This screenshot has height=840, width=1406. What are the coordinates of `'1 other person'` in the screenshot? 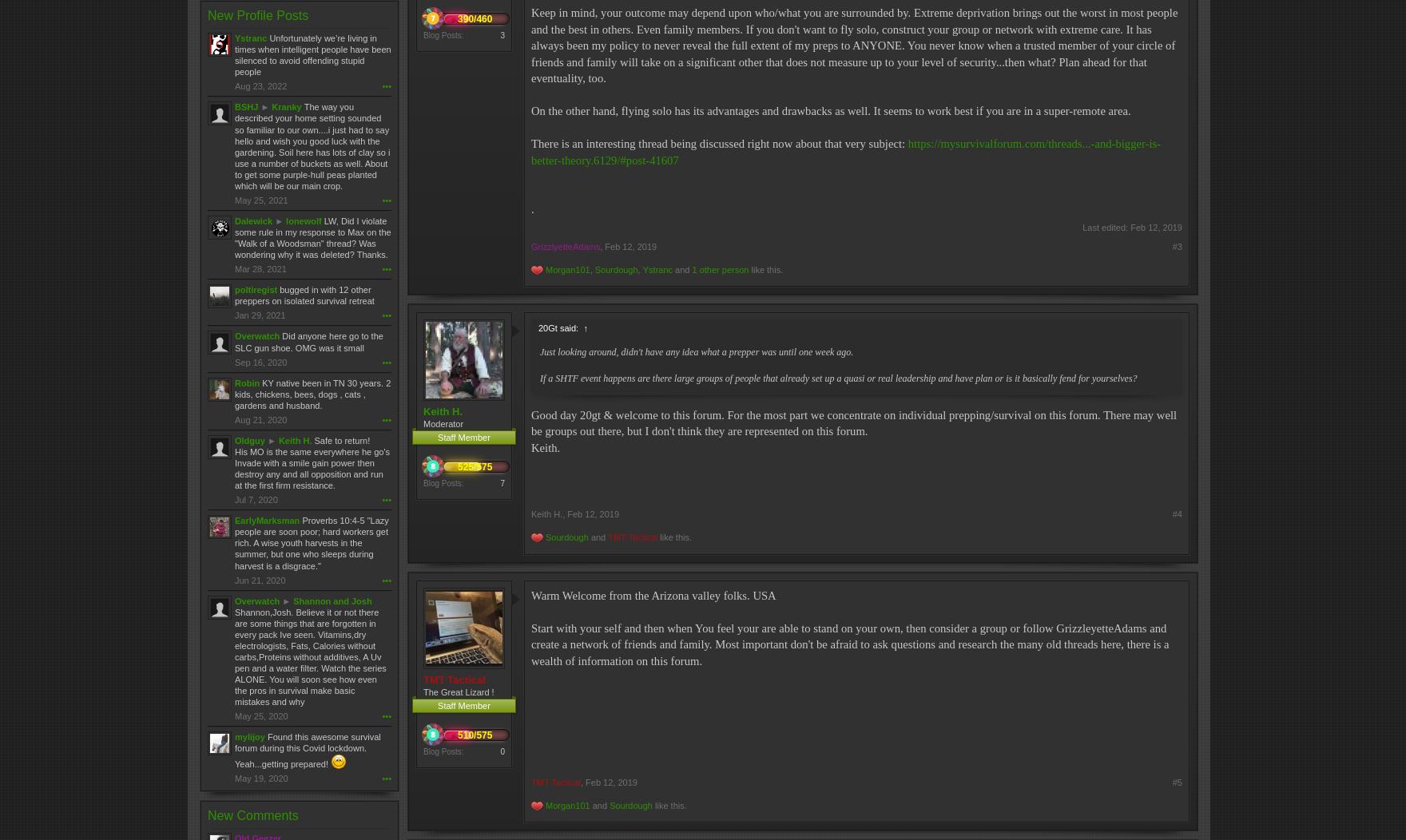 It's located at (690, 269).